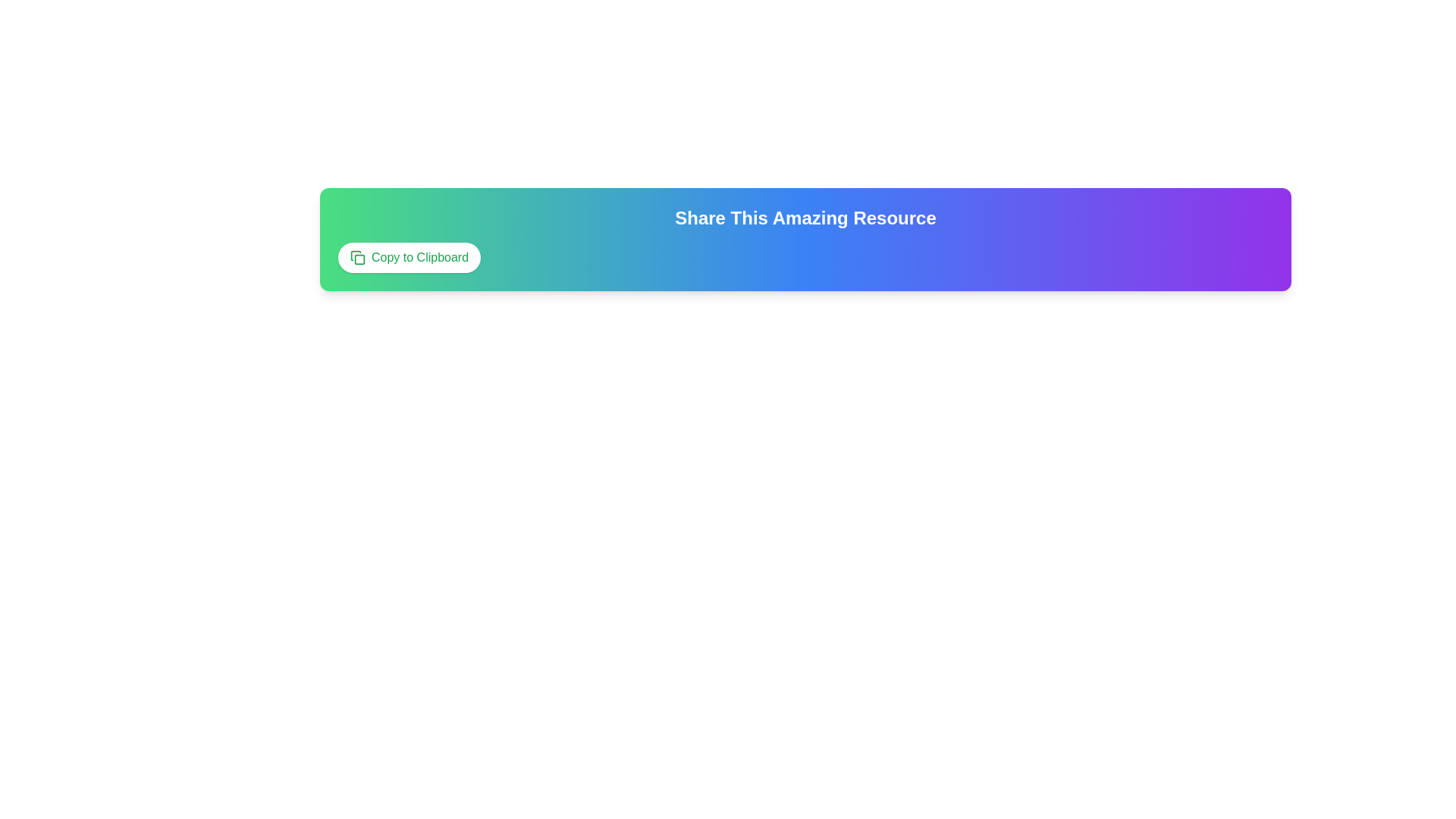 This screenshot has height=819, width=1456. What do you see at coordinates (359, 259) in the screenshot?
I see `the 'copy' icon represented by the SVG graphical element` at bounding box center [359, 259].